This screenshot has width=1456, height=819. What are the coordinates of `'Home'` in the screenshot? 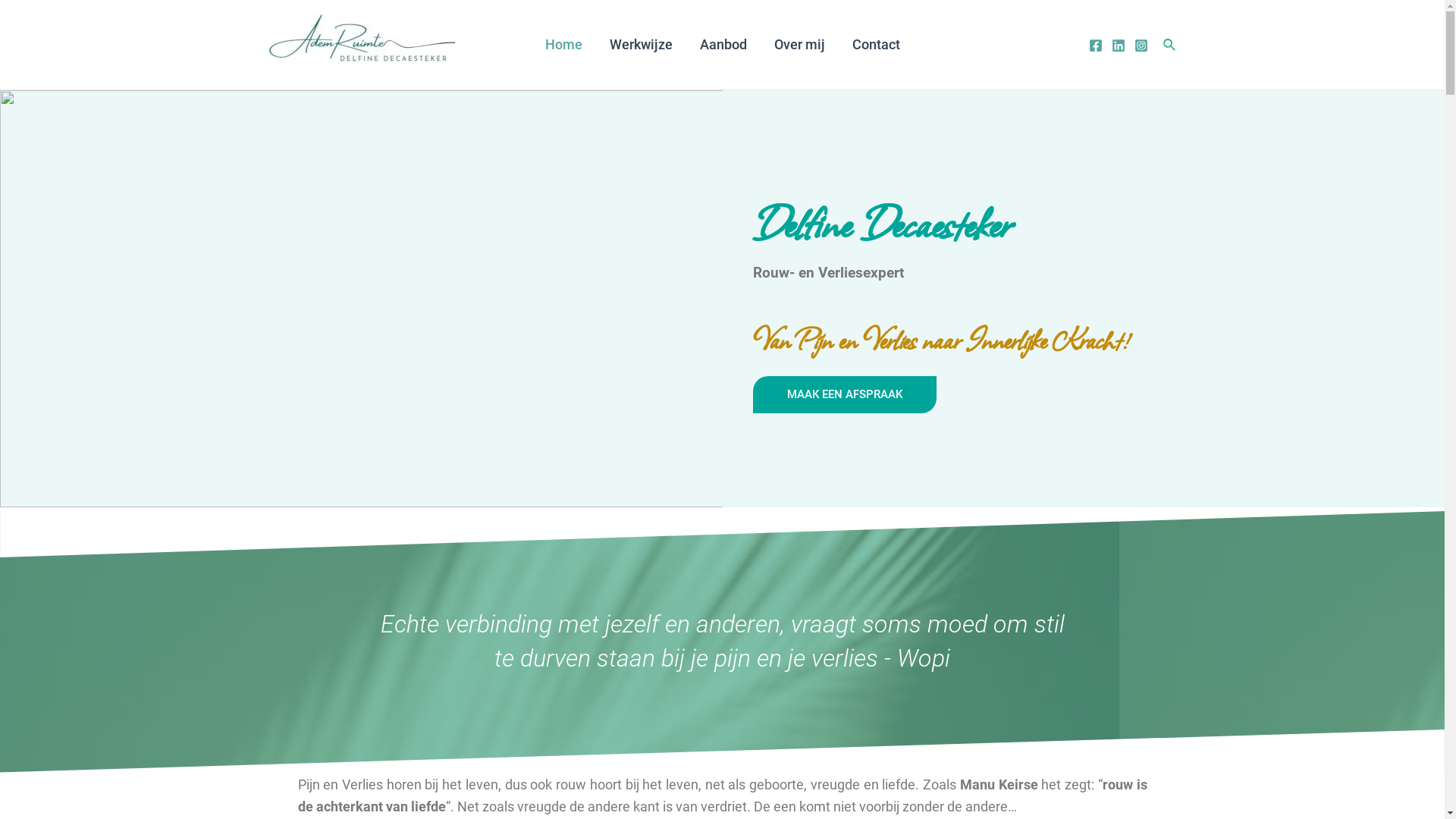 It's located at (562, 43).